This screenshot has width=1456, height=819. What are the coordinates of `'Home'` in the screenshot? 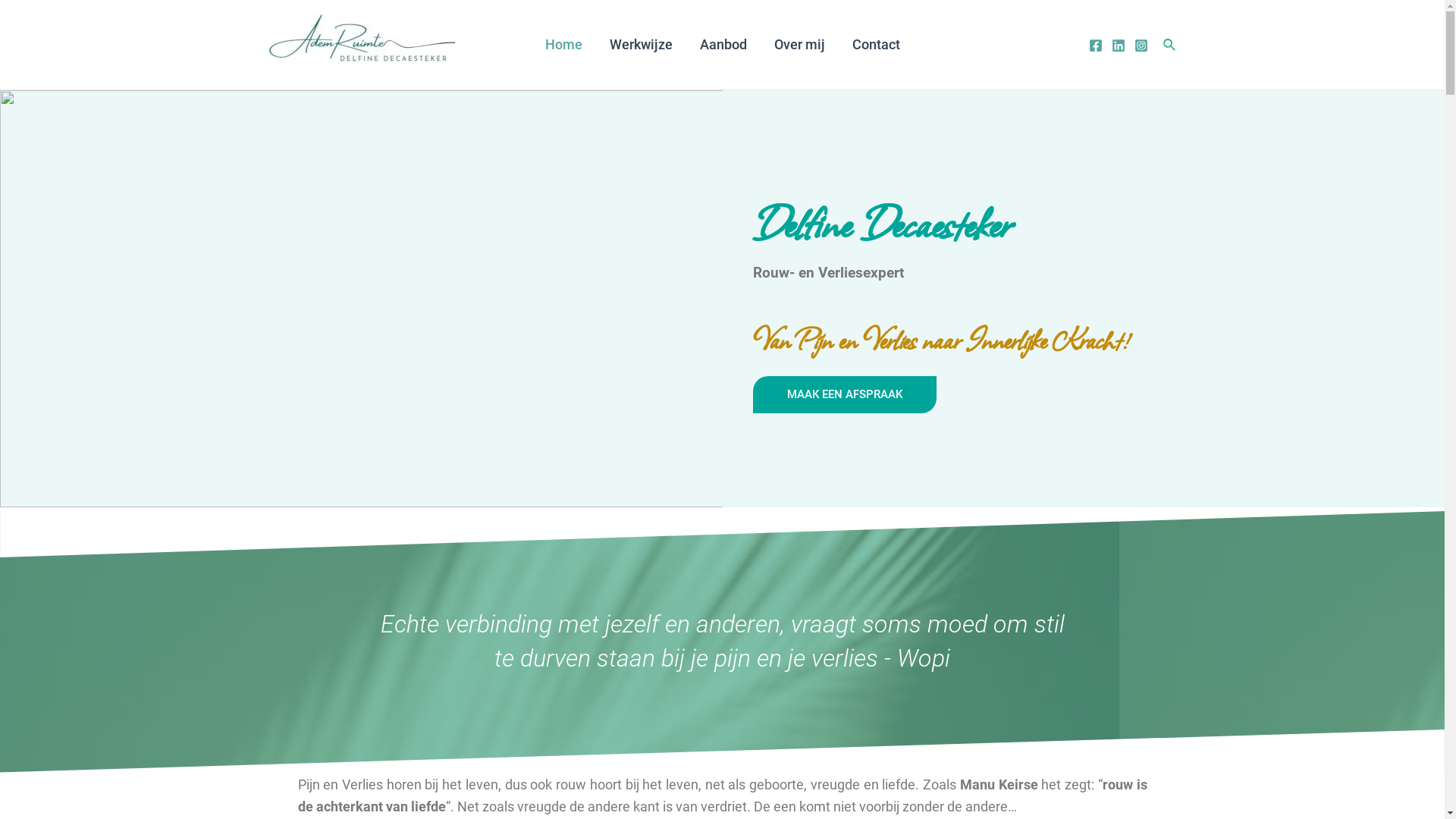 It's located at (562, 43).